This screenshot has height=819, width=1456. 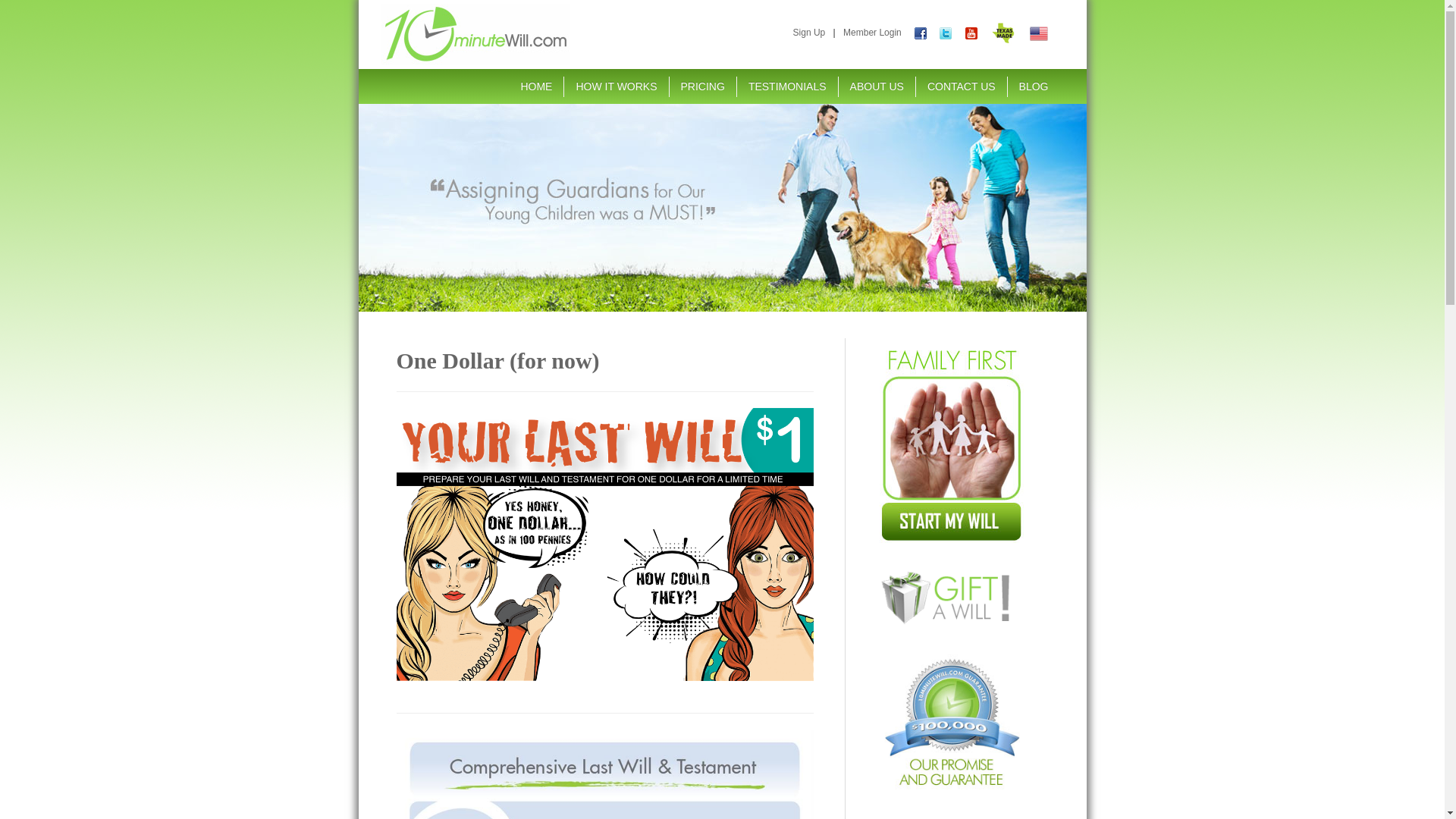 What do you see at coordinates (872, 32) in the screenshot?
I see `'Member Login'` at bounding box center [872, 32].